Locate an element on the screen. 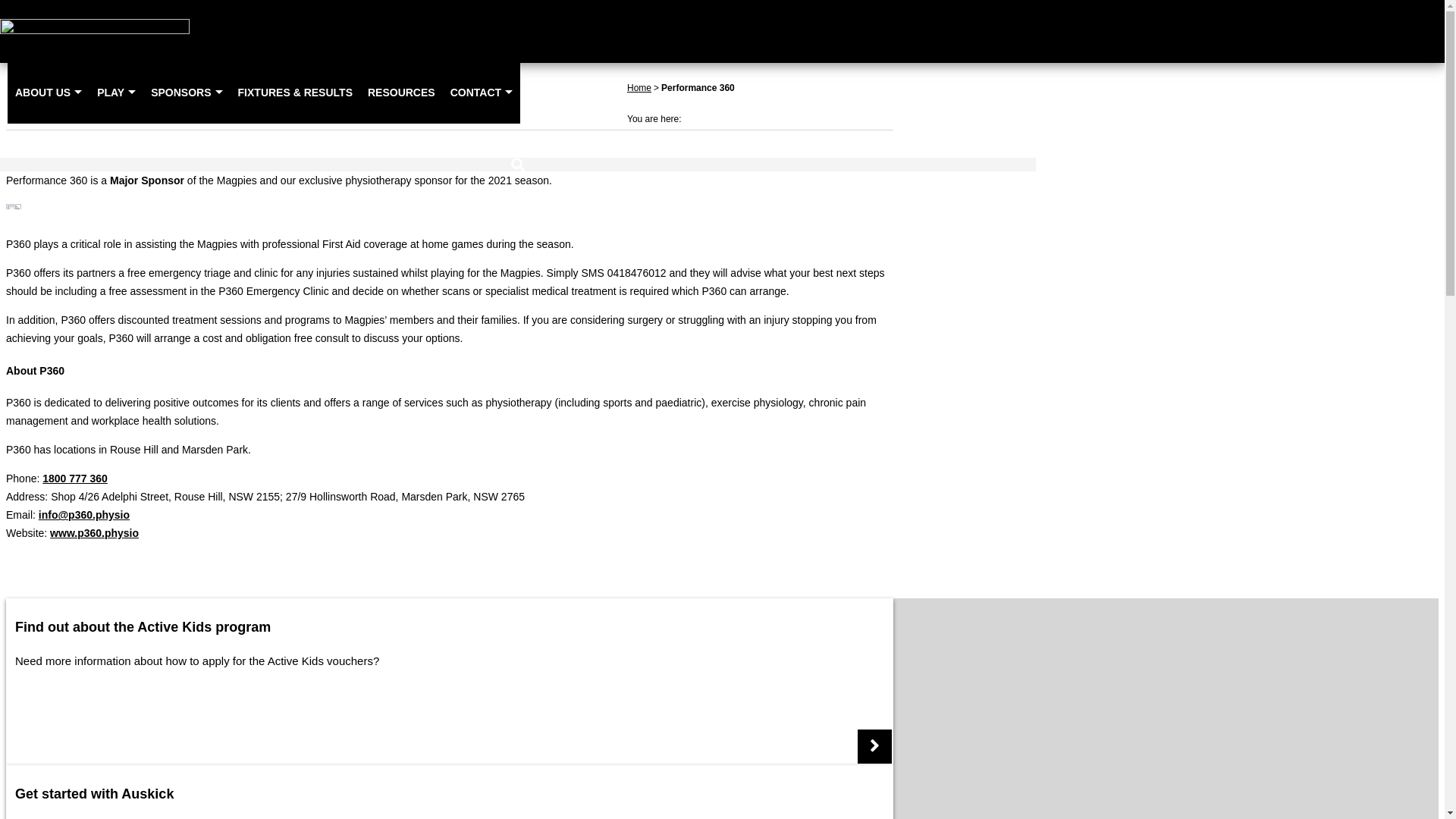  'www.p360.physio' is located at coordinates (93, 532).